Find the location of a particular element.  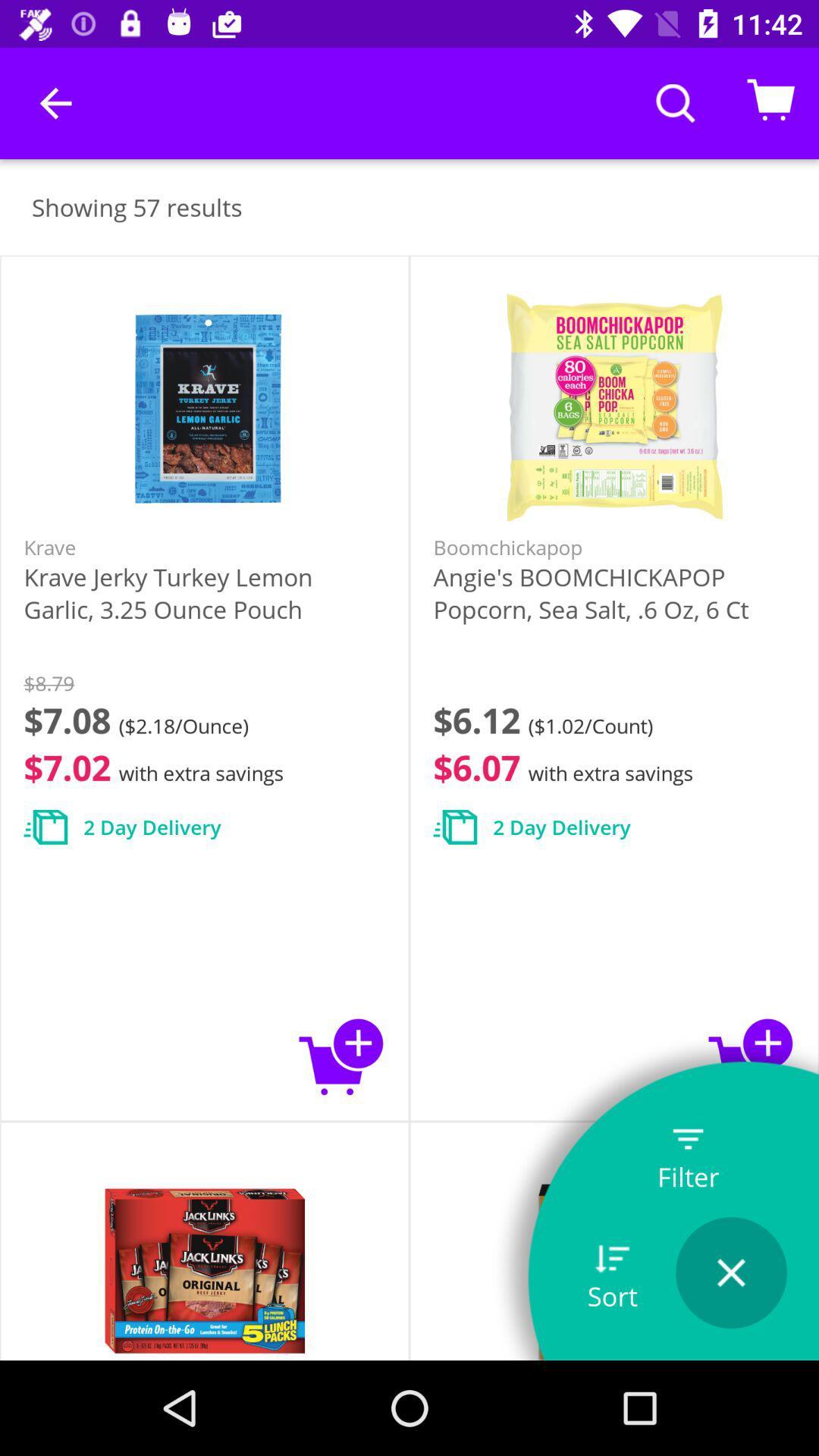

to shopping cart is located at coordinates (752, 1056).